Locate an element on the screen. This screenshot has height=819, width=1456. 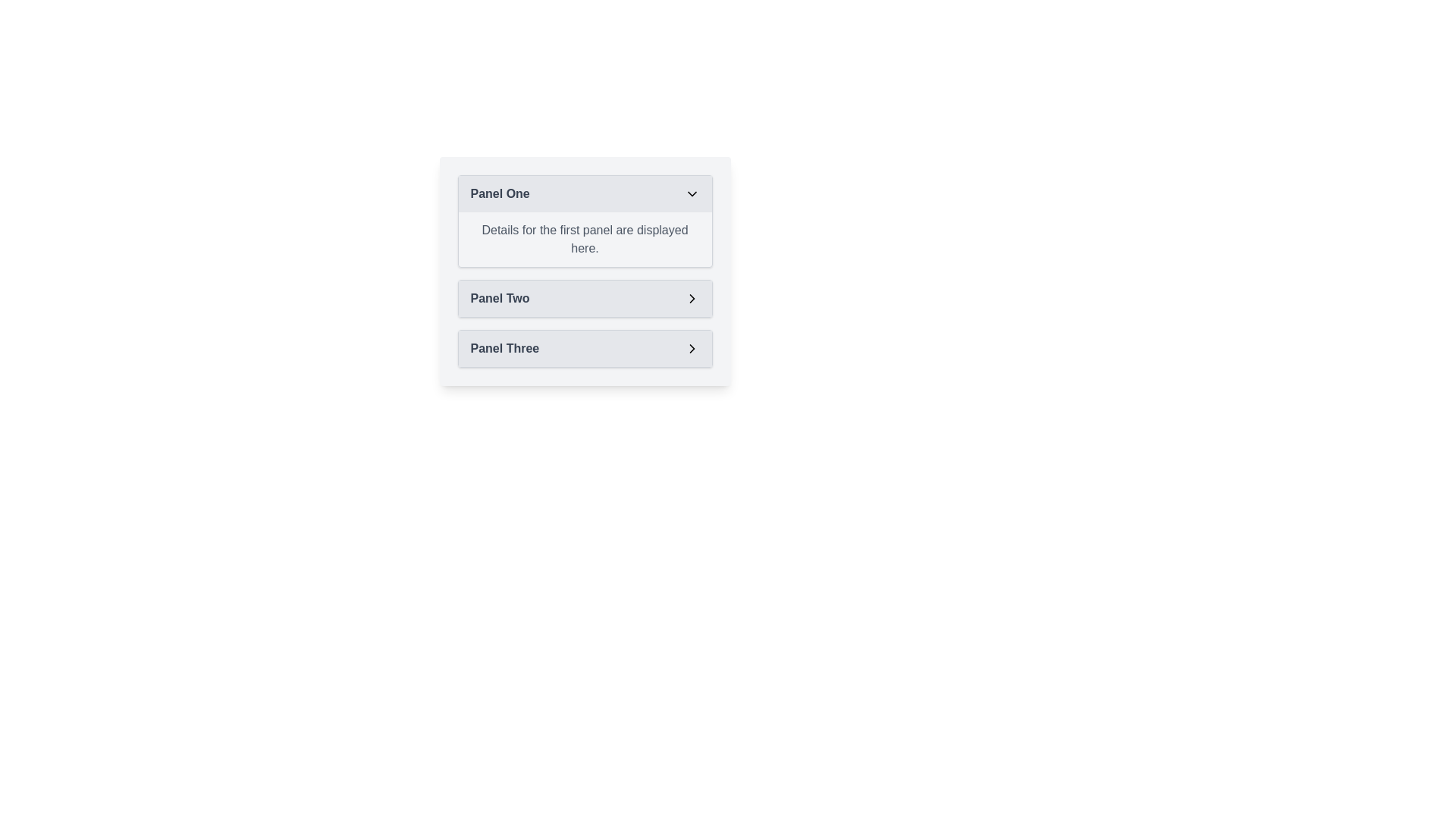
the rightward-pointing chevron icon located within the 'Panel Two' item of the panel list is located at coordinates (691, 298).